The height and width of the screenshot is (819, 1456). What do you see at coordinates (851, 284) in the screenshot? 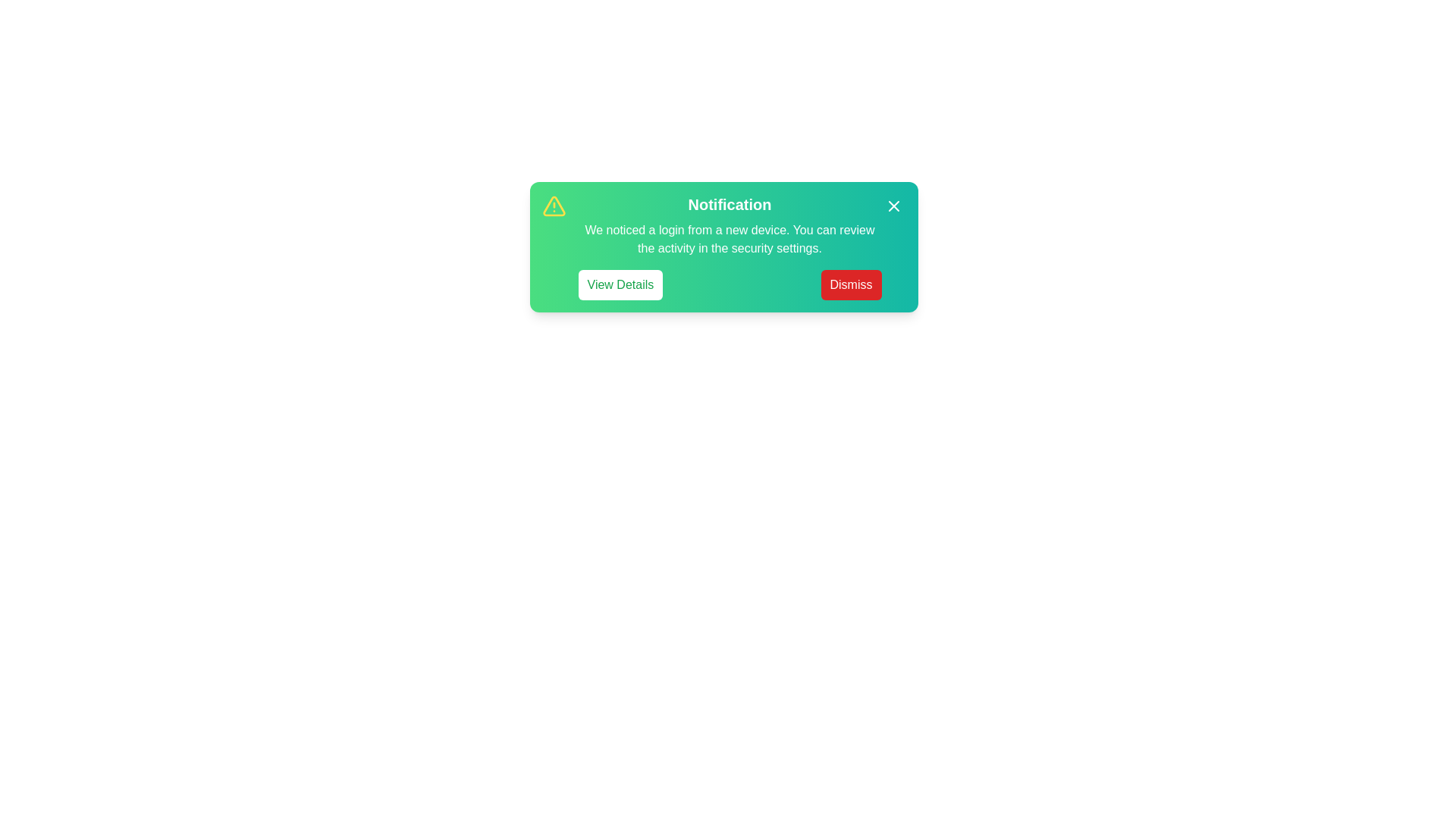
I see `the 'Dismiss' button to hide the alert` at bounding box center [851, 284].